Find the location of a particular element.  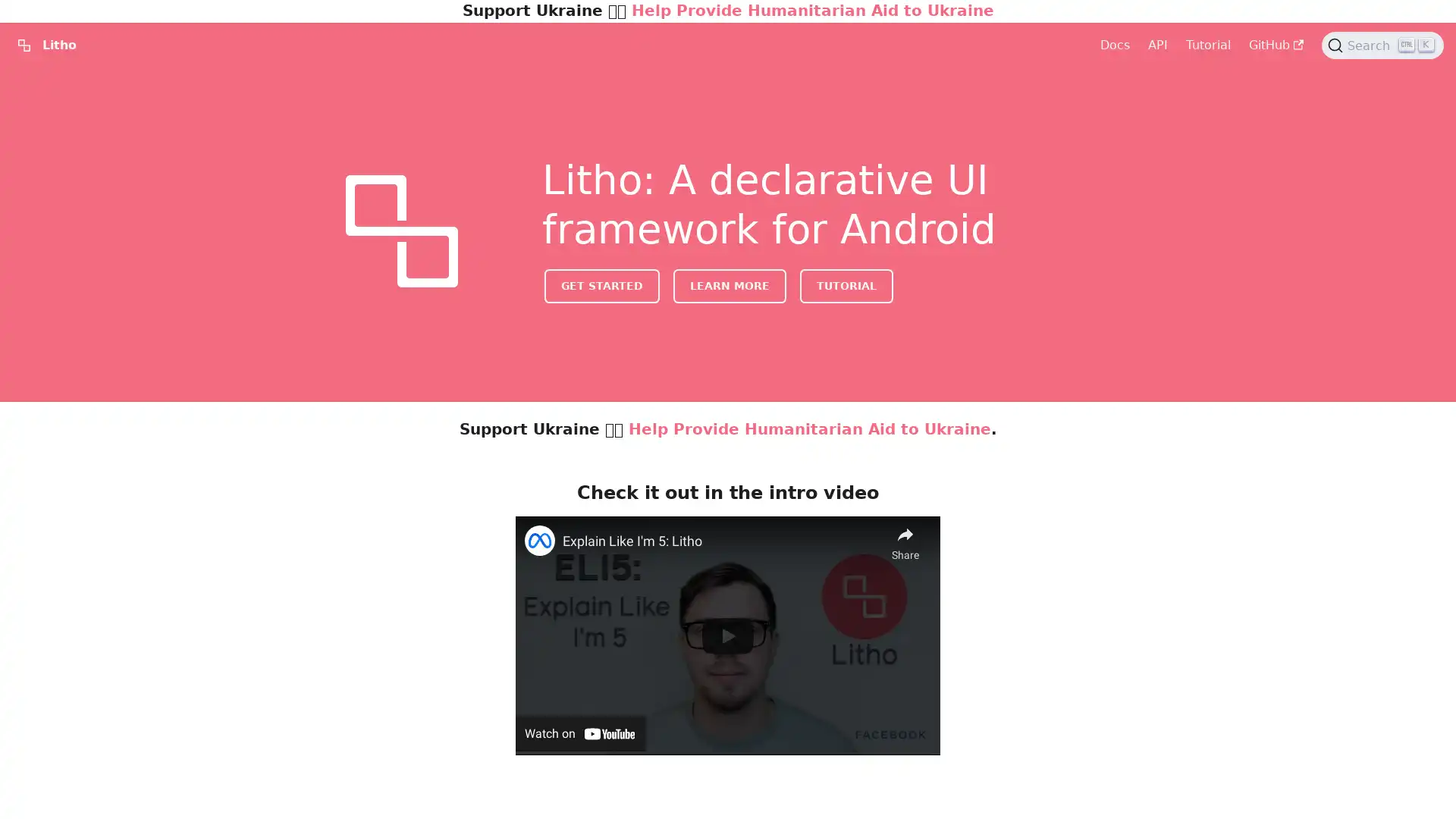

Search is located at coordinates (1382, 45).